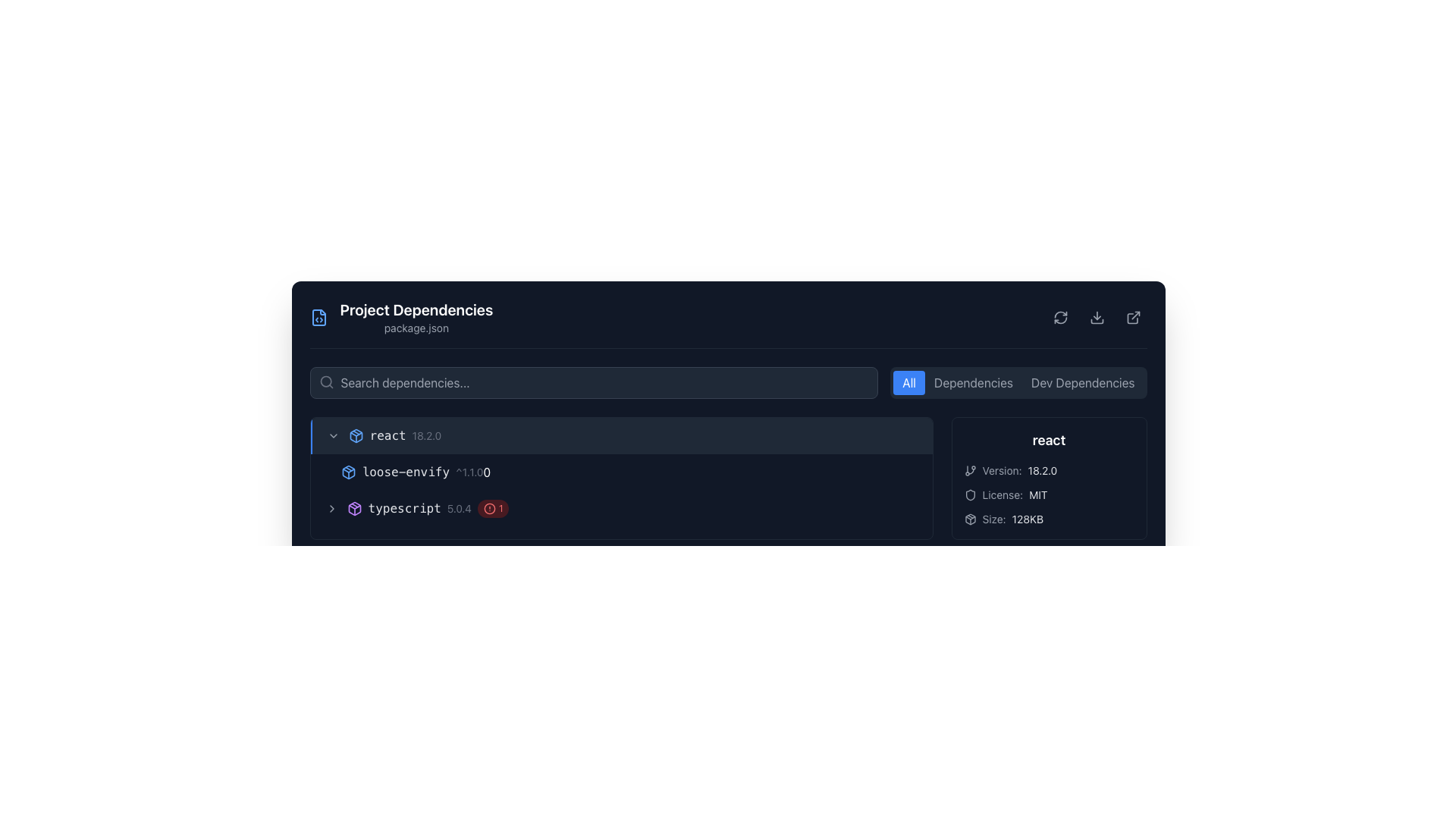 The width and height of the screenshot is (1456, 819). Describe the element at coordinates (404, 509) in the screenshot. I see `text content of the text label displaying 'typescript' in a monospaced font, located to the right of a purple package icon and followed by the version number '5.0.4'` at that location.